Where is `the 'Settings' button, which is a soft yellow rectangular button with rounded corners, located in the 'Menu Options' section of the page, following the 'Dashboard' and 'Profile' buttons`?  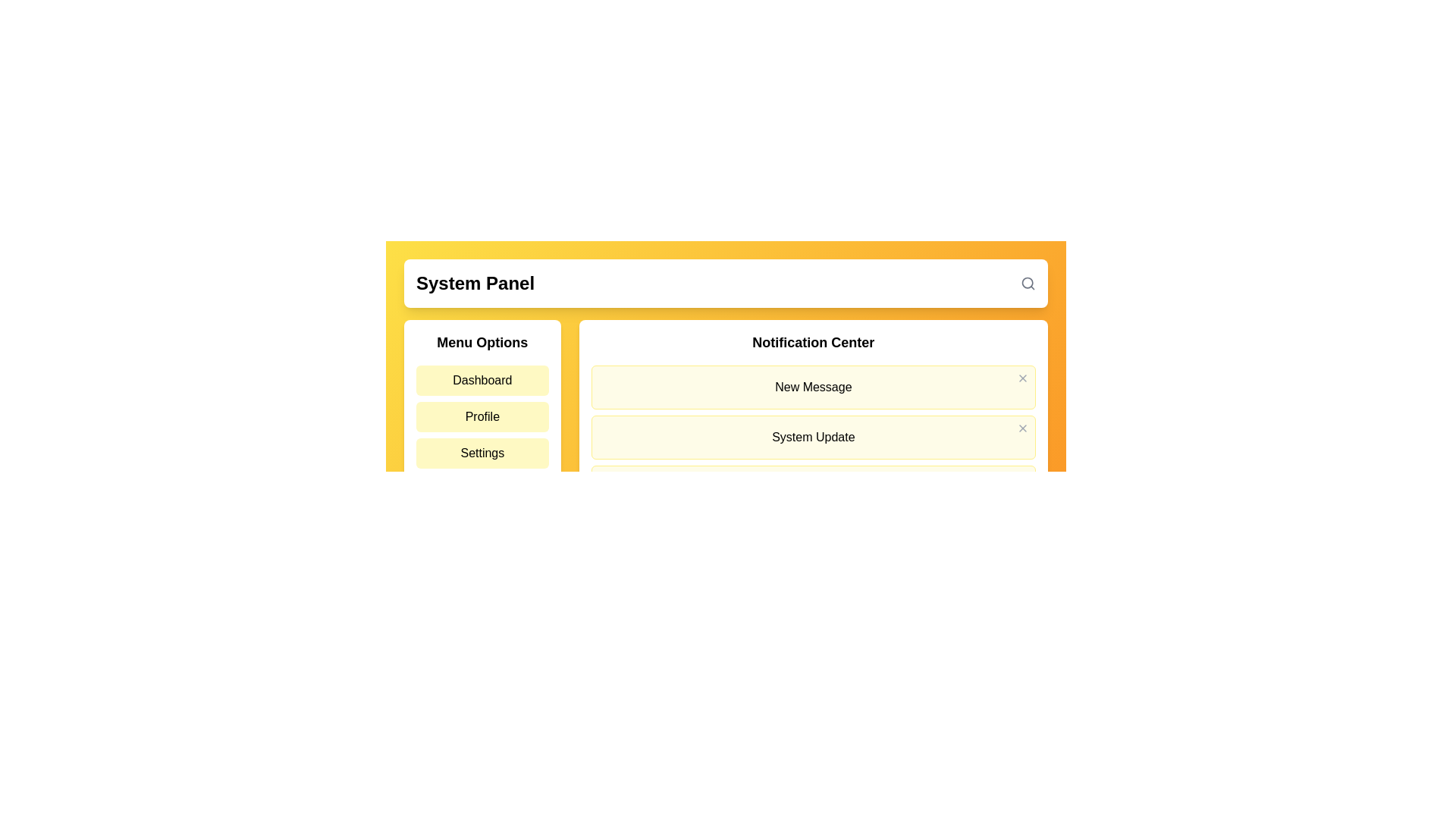
the 'Settings' button, which is a soft yellow rectangular button with rounded corners, located in the 'Menu Options' section of the page, following the 'Dashboard' and 'Profile' buttons is located at coordinates (482, 452).